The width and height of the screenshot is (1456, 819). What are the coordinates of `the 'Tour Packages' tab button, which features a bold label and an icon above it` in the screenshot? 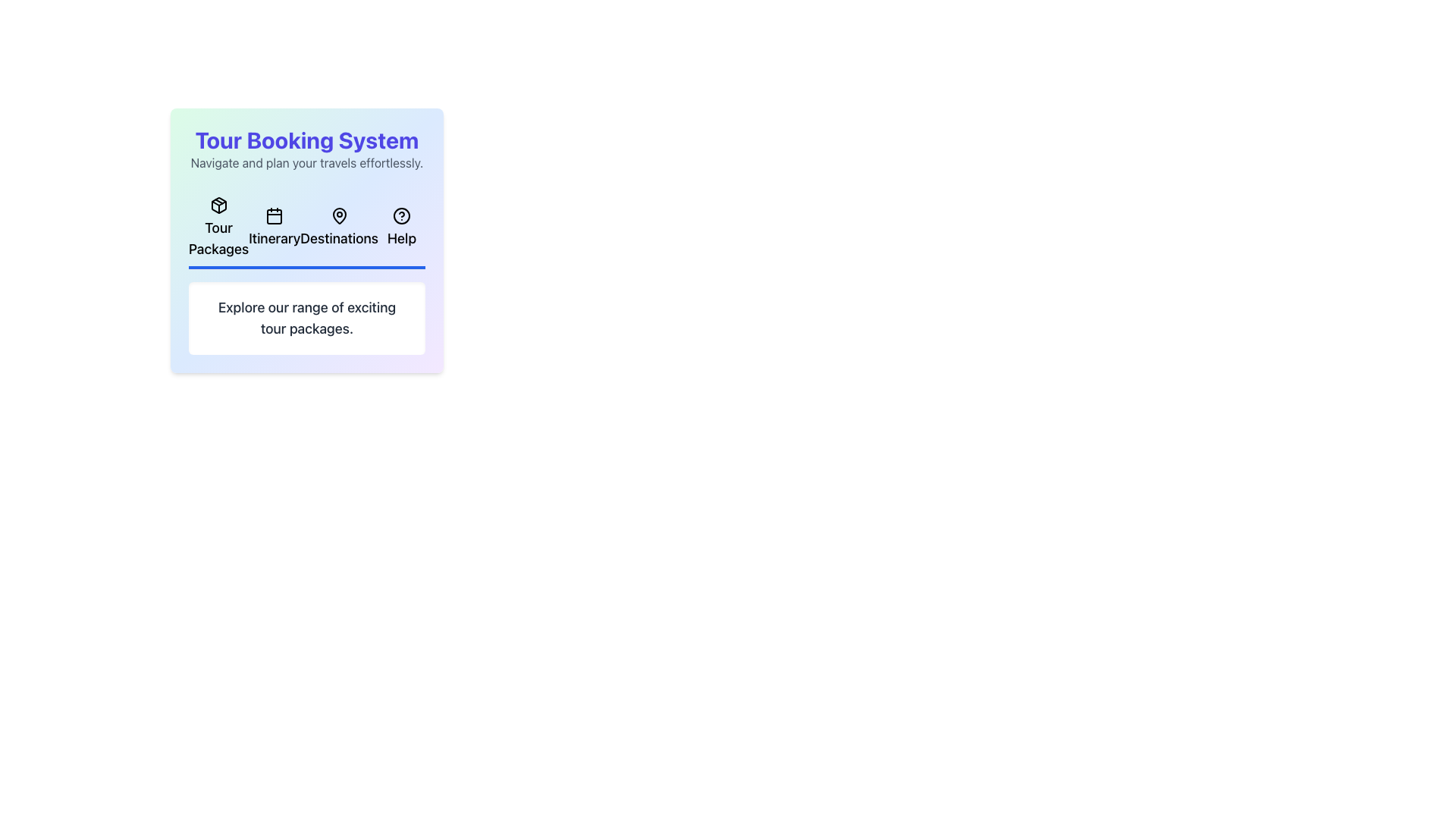 It's located at (218, 230).